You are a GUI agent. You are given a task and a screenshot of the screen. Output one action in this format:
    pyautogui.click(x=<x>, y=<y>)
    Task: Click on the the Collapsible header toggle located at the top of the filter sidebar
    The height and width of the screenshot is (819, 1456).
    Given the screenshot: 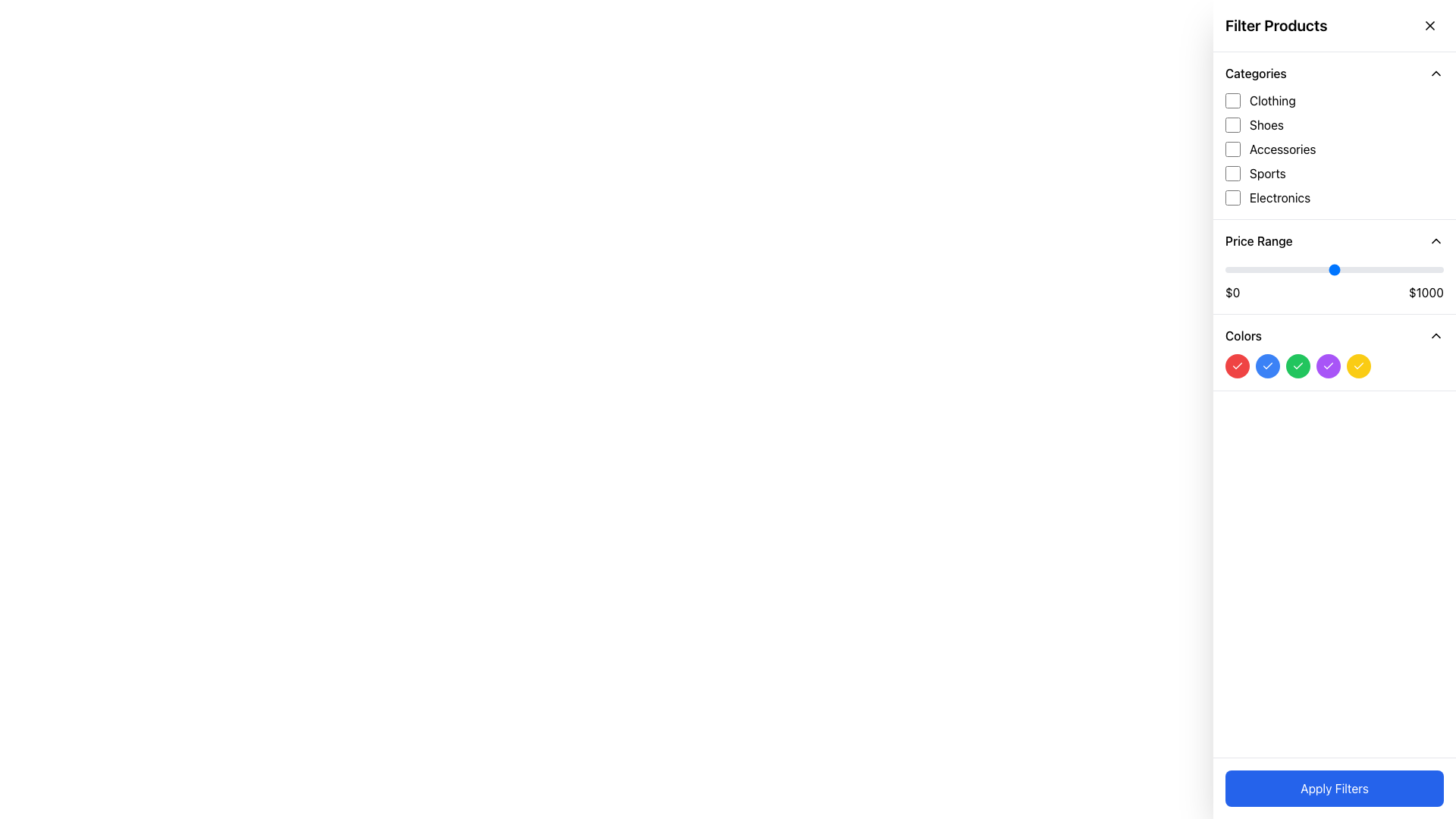 What is the action you would take?
    pyautogui.click(x=1335, y=73)
    